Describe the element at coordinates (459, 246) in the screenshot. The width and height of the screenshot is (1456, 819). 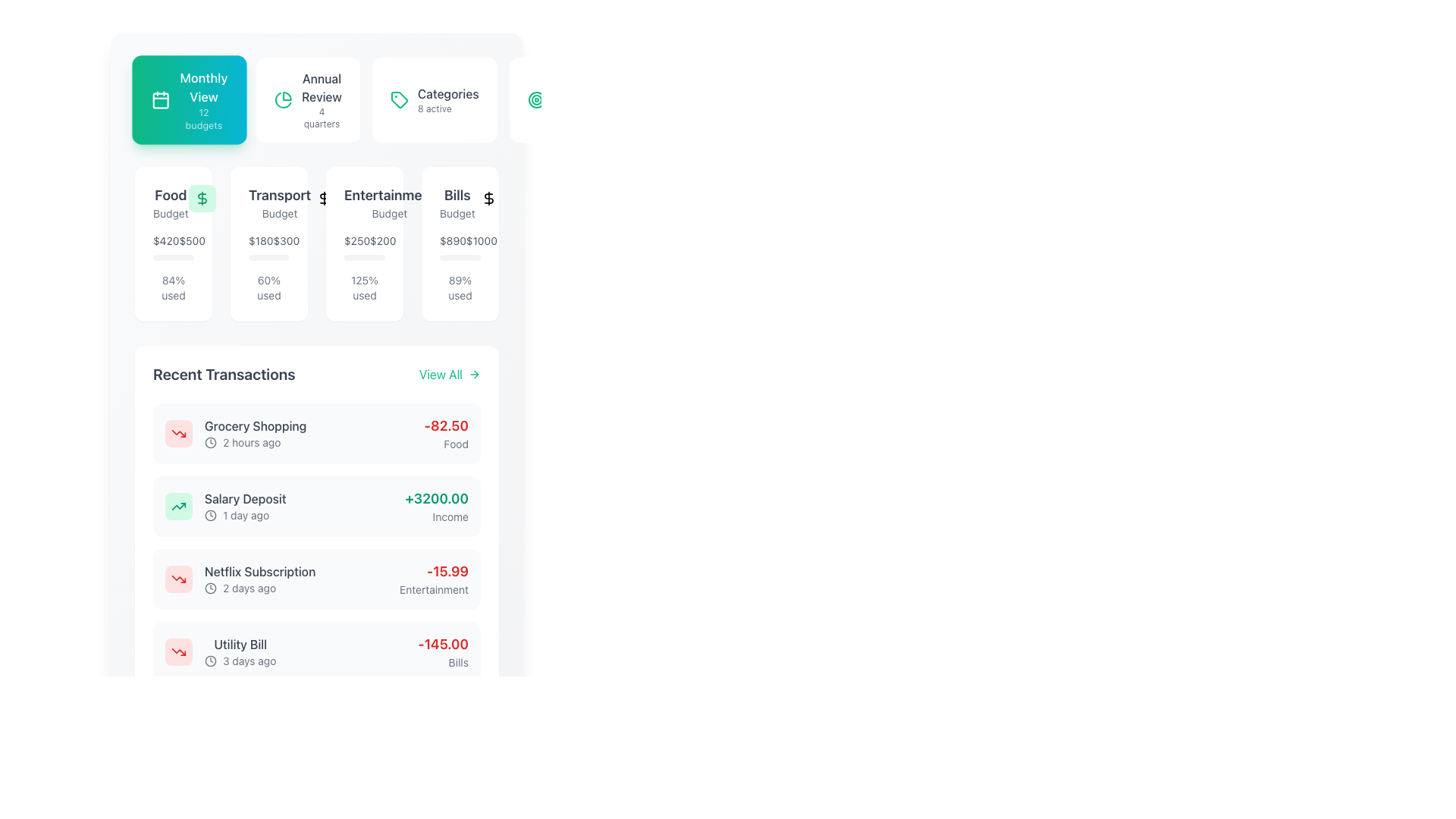
I see `the text display that shows the current used amount and total budget in the 'Bills' section, positioned below the 'Budget' text and above the progress bar` at that location.